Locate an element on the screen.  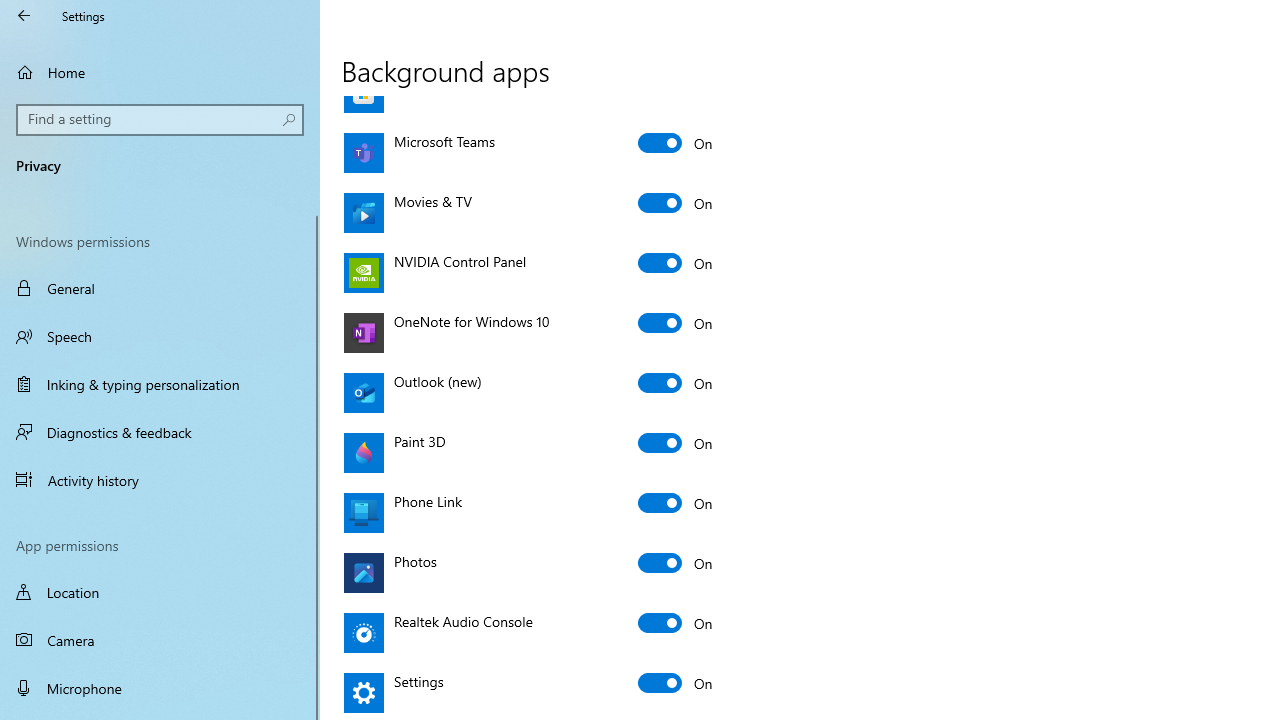
'Microsoft Teams' is located at coordinates (675, 141).